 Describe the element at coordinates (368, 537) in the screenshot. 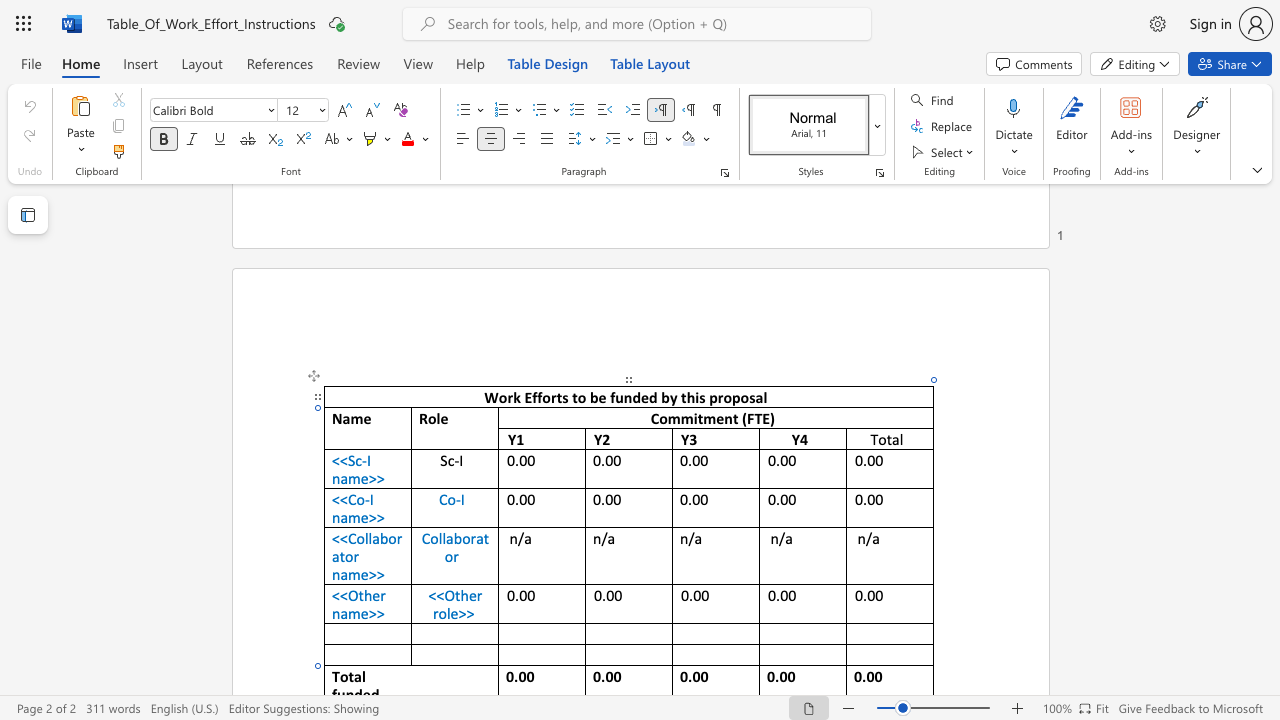

I see `the space between the continuous character "l" and "l" in the text` at that location.